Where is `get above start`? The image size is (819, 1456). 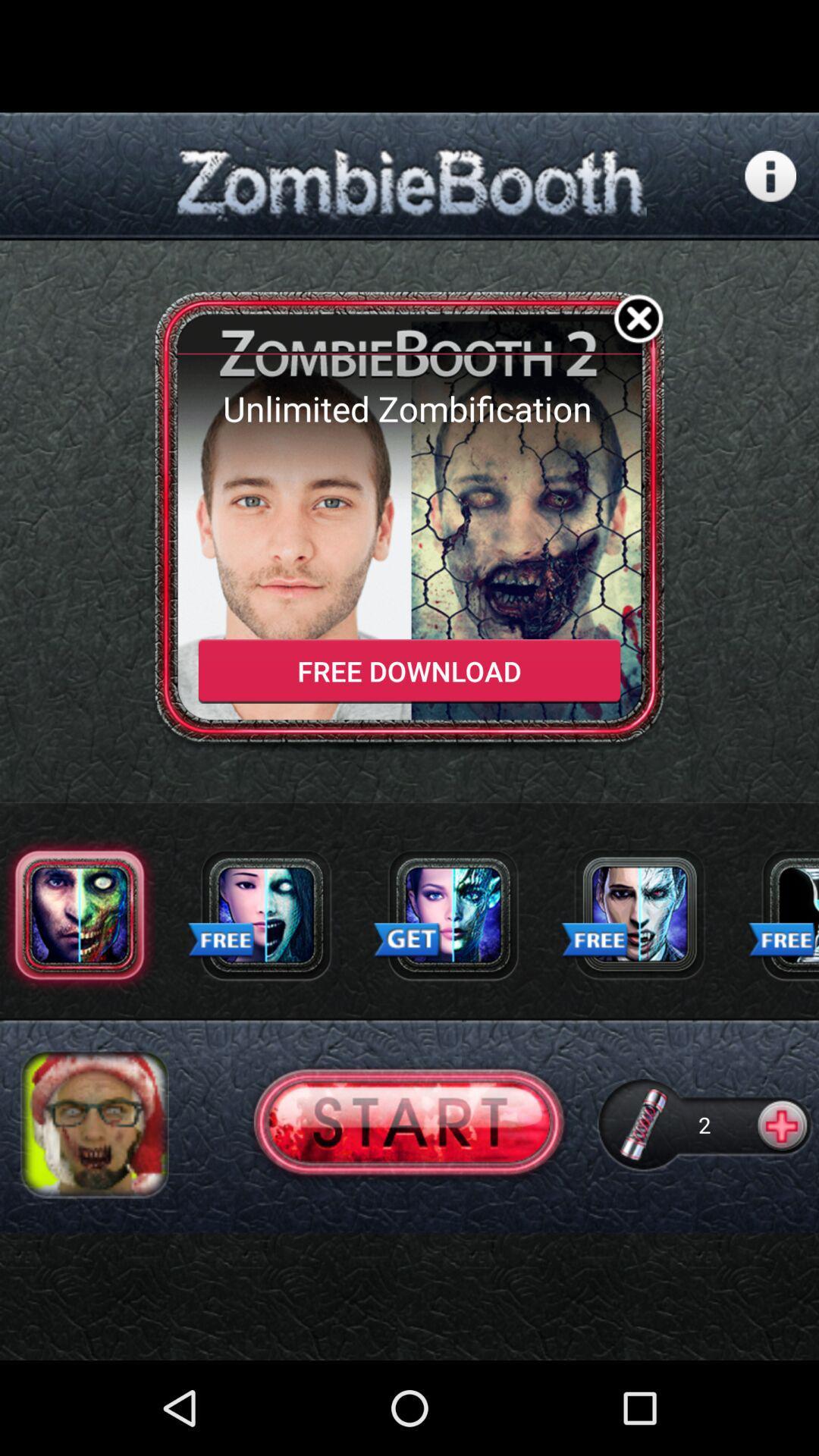
get above start is located at coordinates (407, 940).